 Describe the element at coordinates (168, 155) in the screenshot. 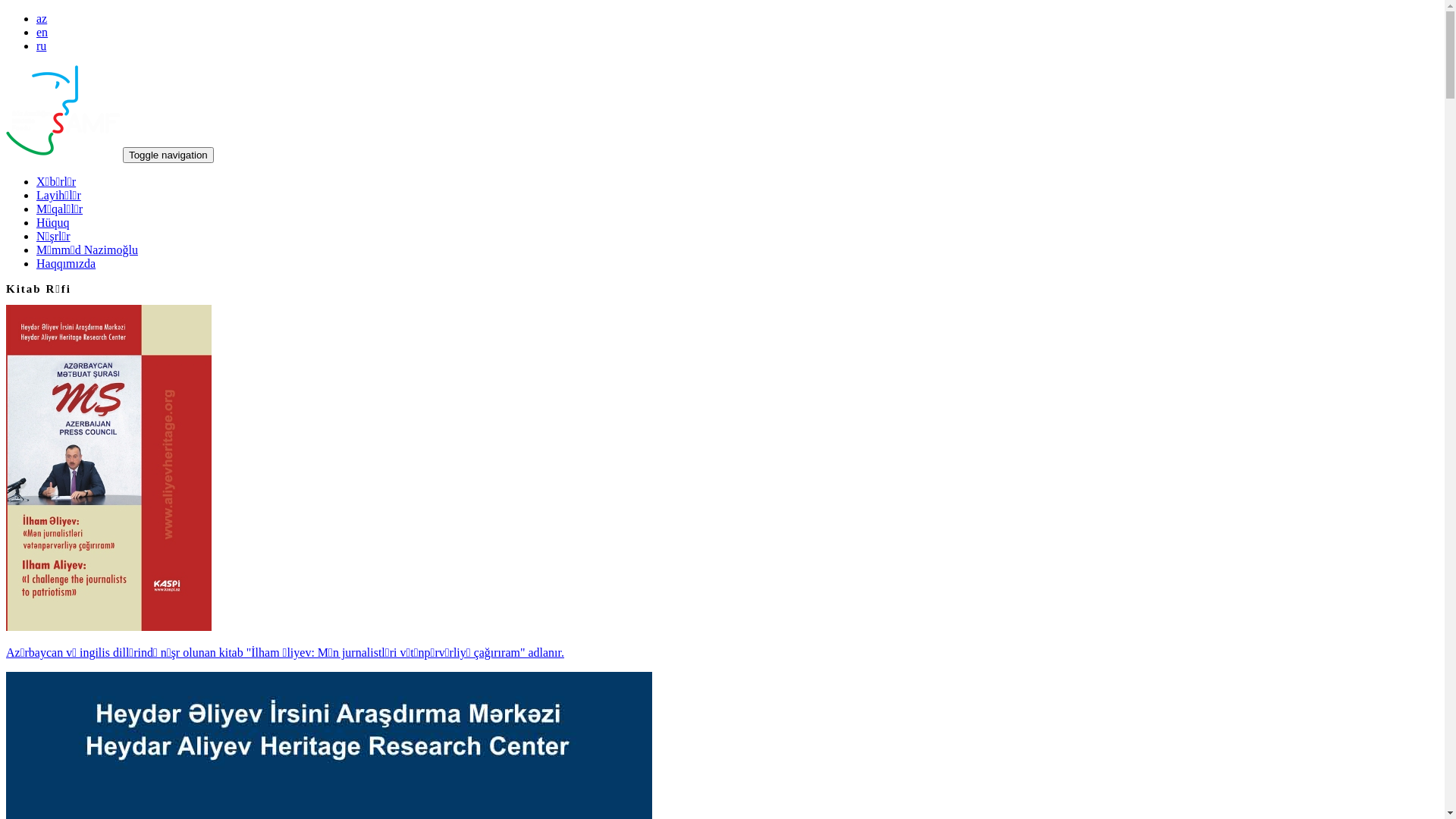

I see `'Toggle navigation'` at that location.